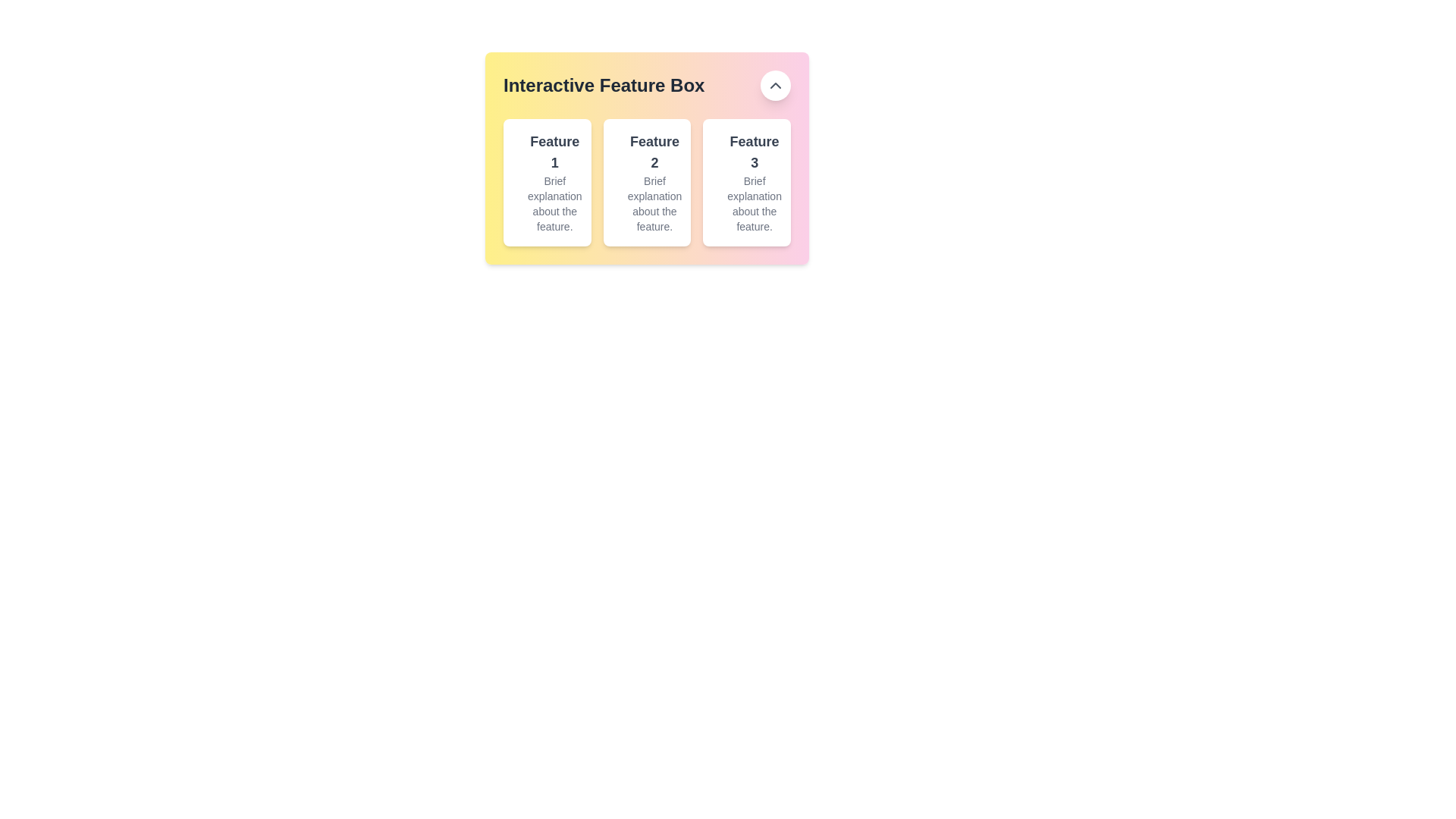 The image size is (1456, 819). Describe the element at coordinates (654, 181) in the screenshot. I see `the text description 'Feature 2' to trigger potential tooltips` at that location.